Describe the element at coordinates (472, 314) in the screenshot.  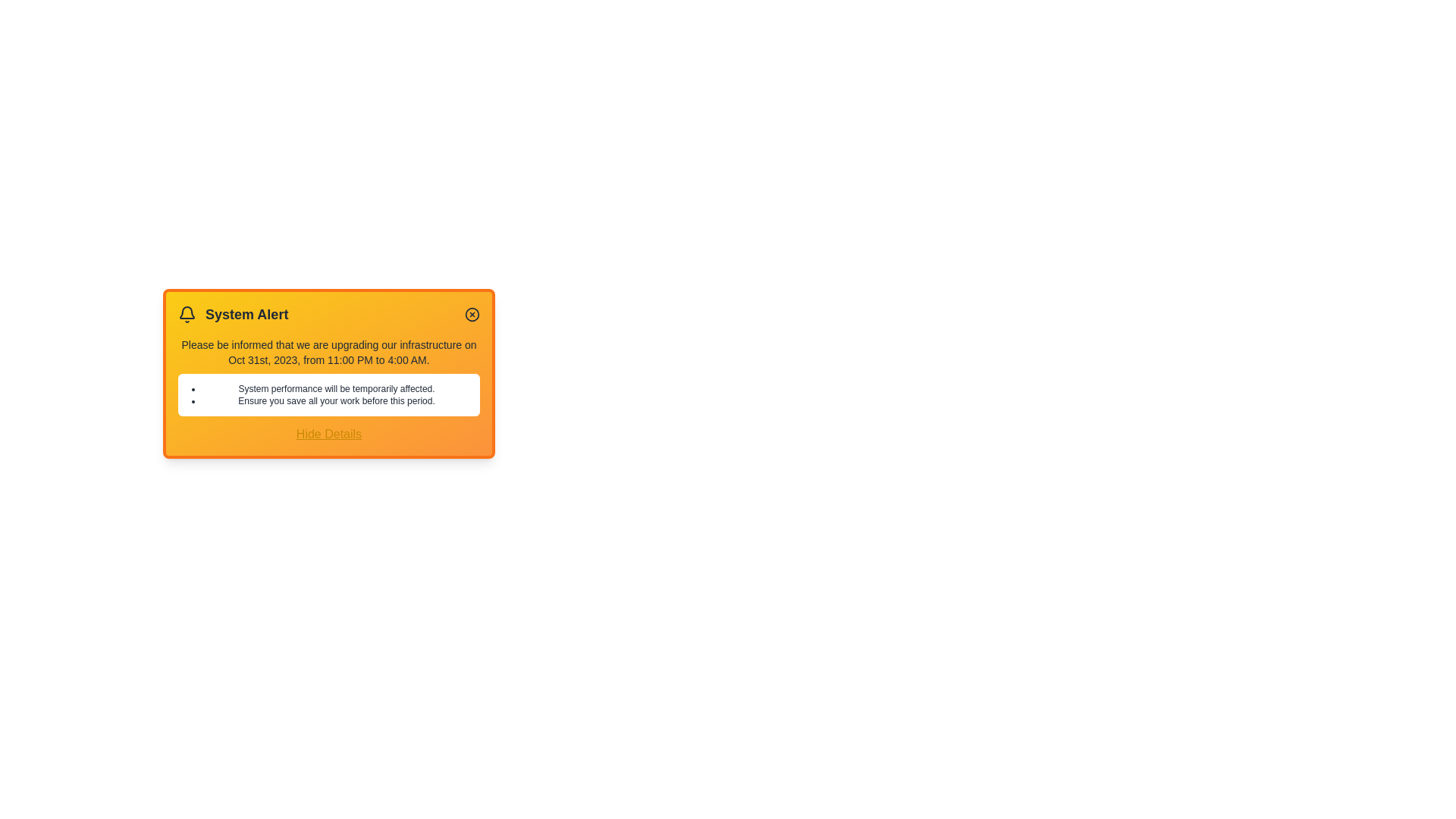
I see `the close button of the alert to close it` at that location.